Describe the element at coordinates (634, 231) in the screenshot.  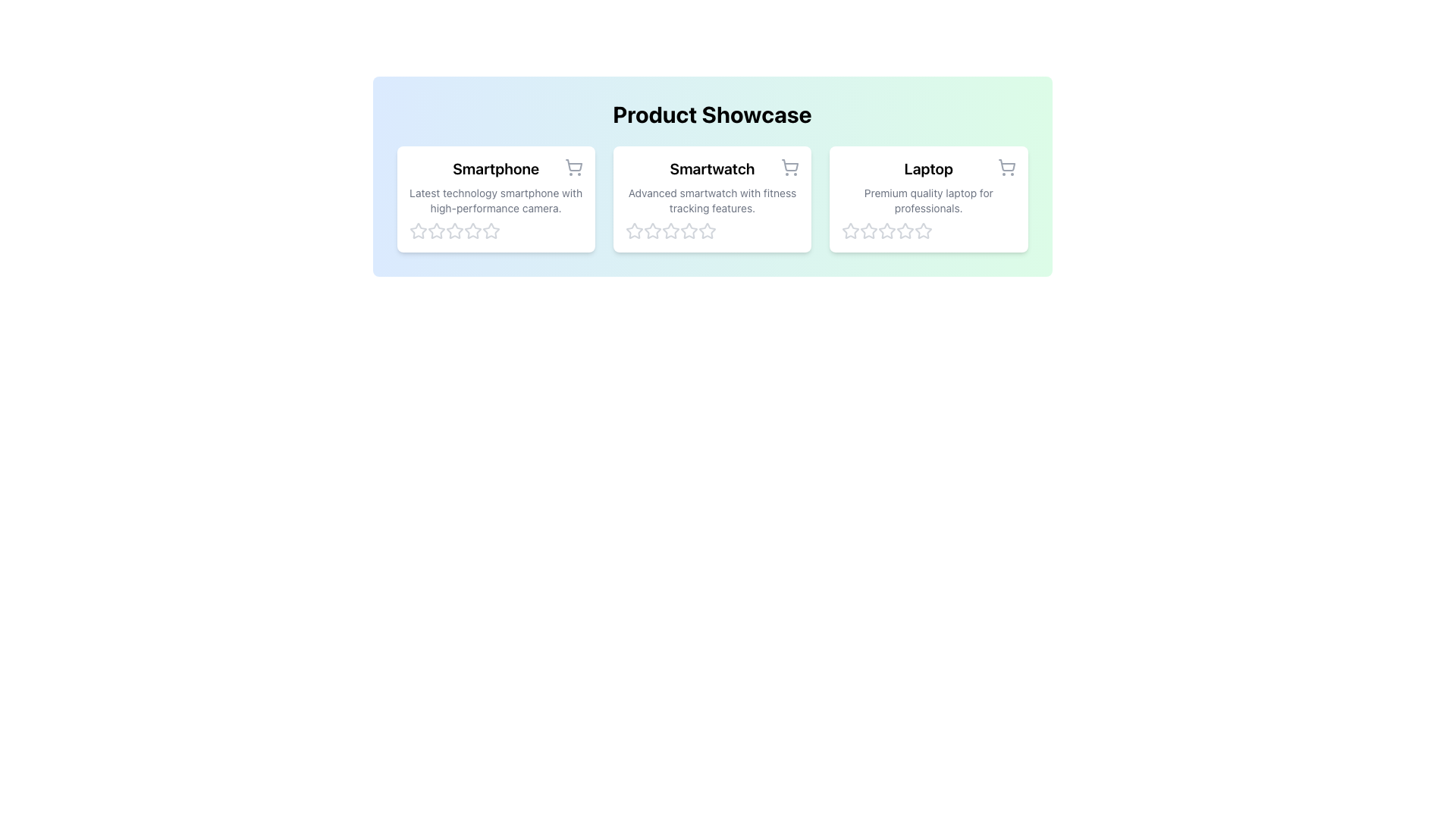
I see `the second star icon in the horizontal rating scale` at that location.